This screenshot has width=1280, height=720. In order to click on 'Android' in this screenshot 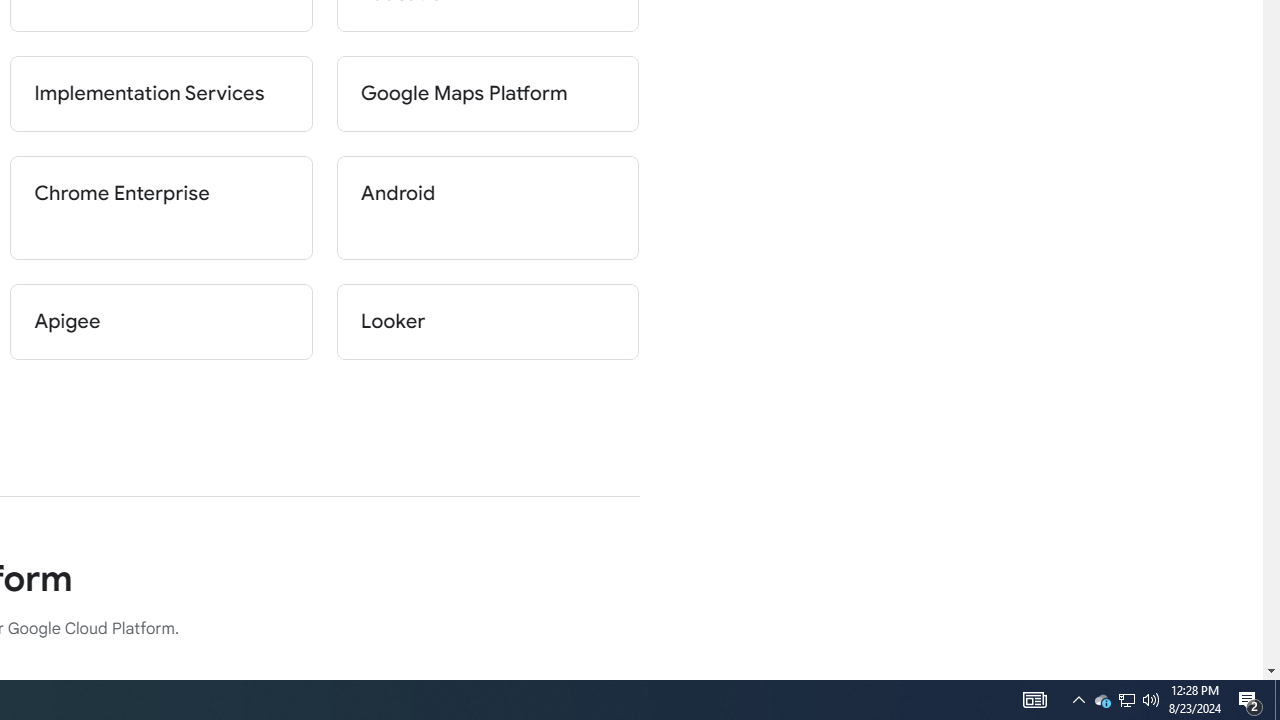, I will do `click(487, 208)`.